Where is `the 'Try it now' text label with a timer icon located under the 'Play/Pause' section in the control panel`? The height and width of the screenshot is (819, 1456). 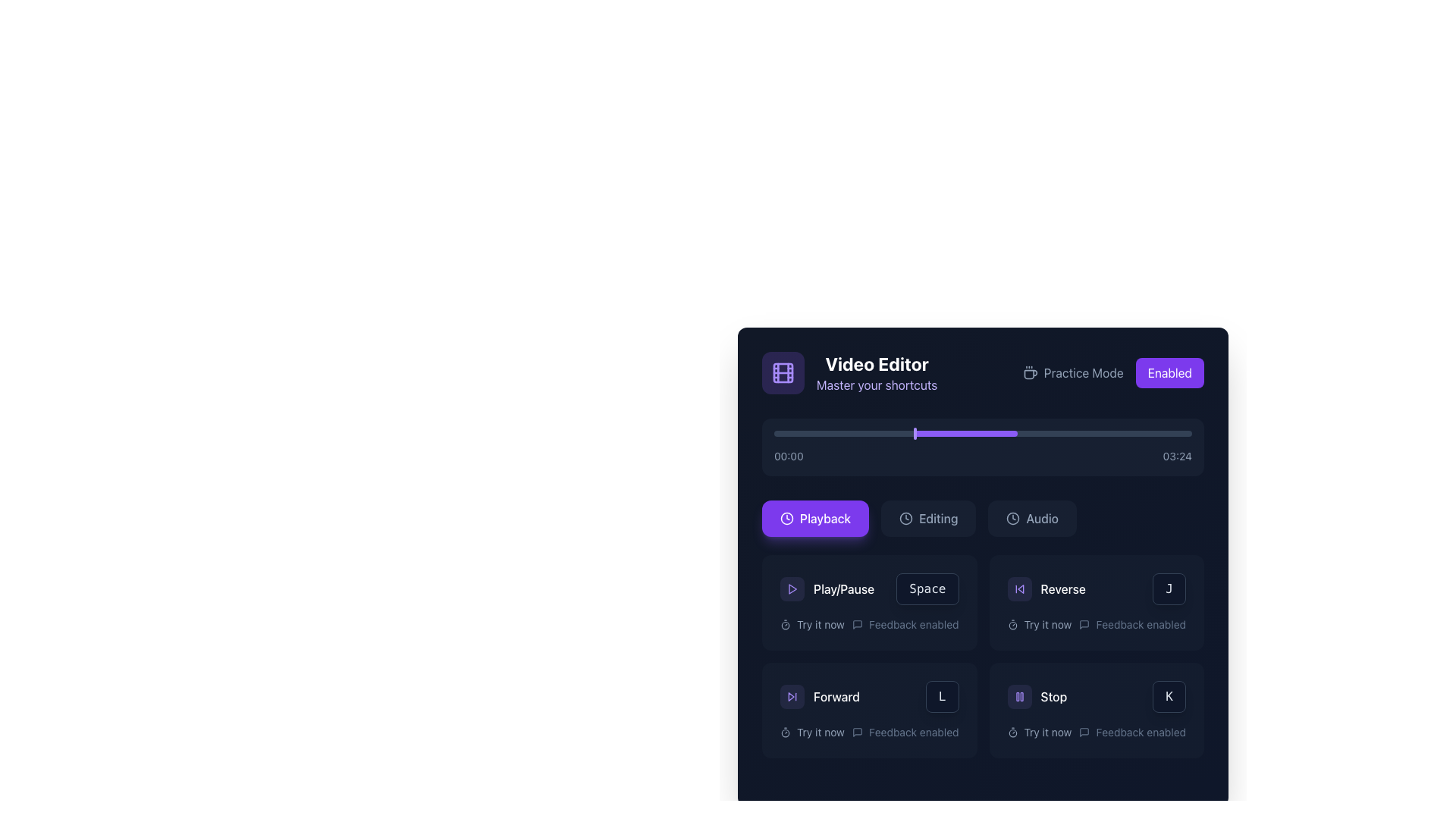
the 'Try it now' text label with a timer icon located under the 'Play/Pause' section in the control panel is located at coordinates (811, 625).